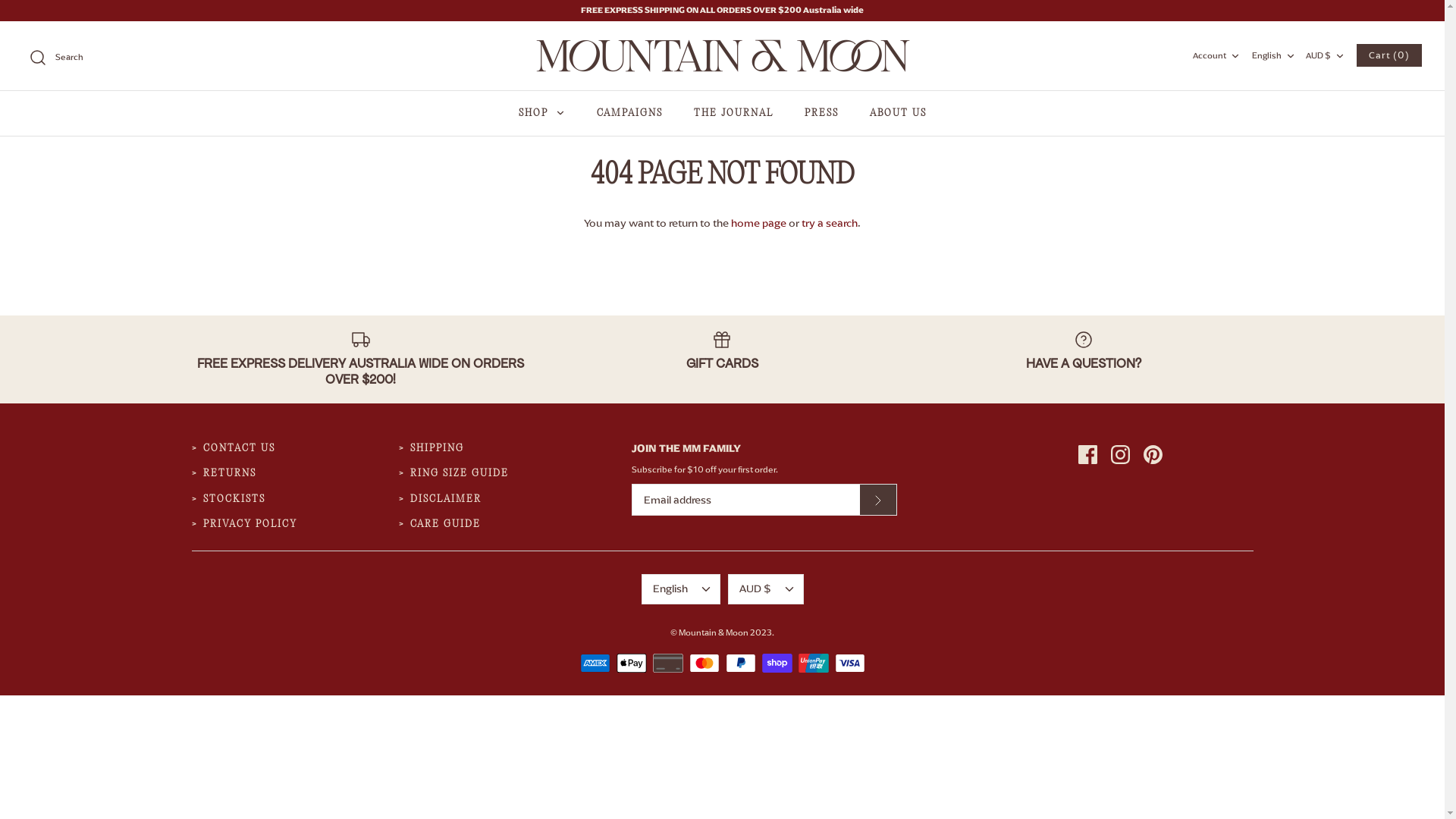 This screenshot has height=819, width=1456. I want to click on 'PRESS', so click(820, 113).